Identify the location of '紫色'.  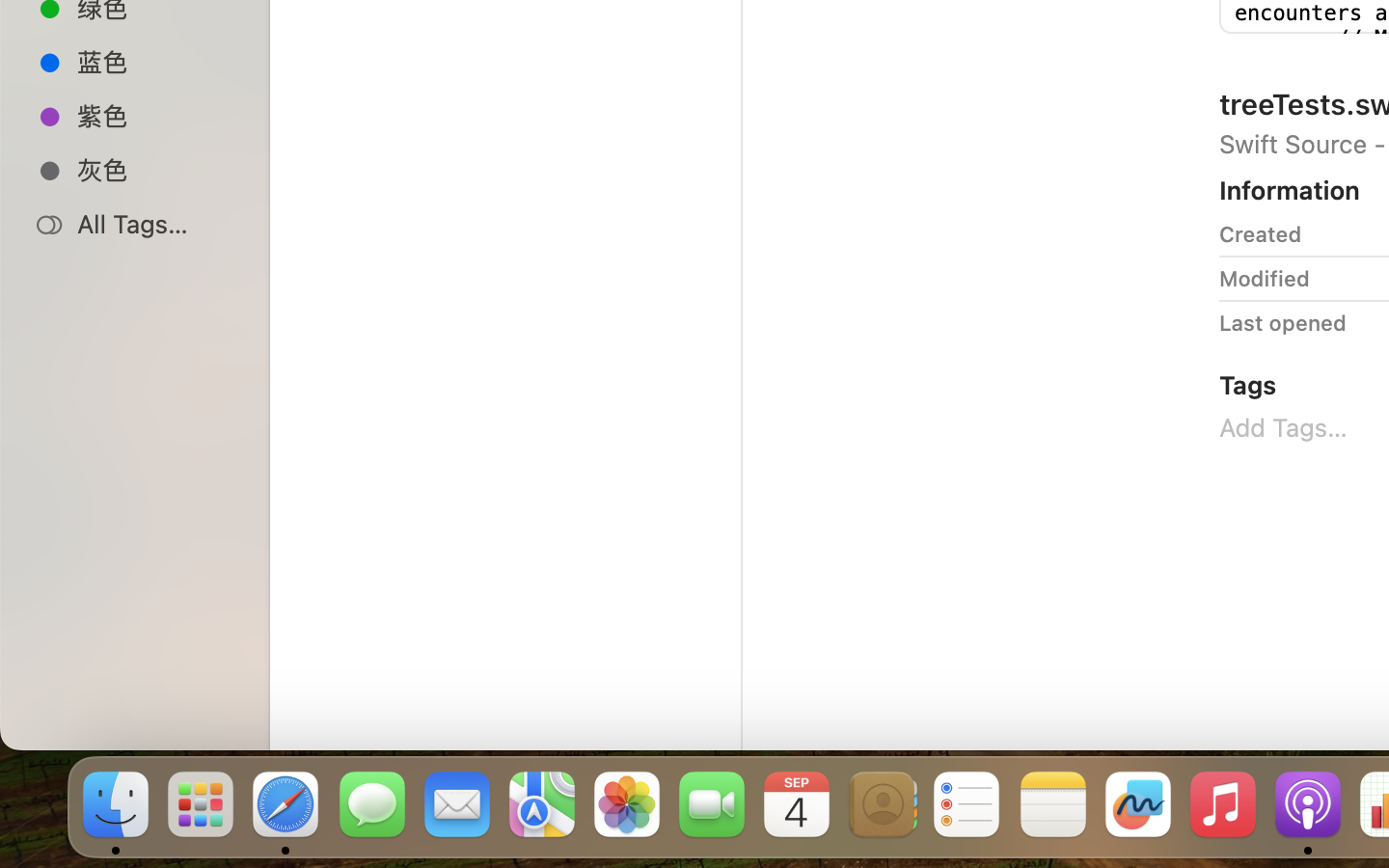
(153, 115).